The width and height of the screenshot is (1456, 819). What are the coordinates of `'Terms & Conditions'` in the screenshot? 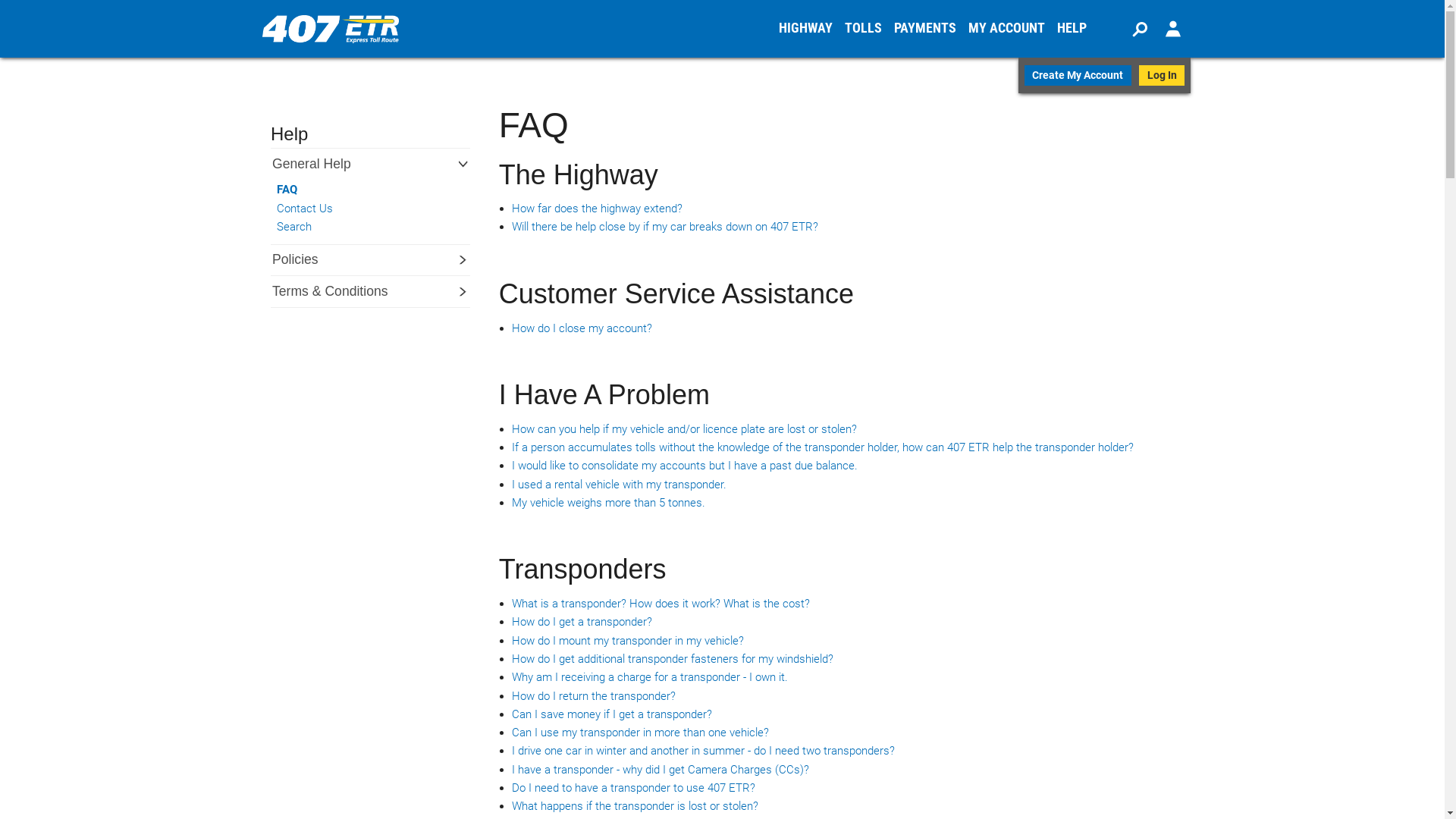 It's located at (337, 291).